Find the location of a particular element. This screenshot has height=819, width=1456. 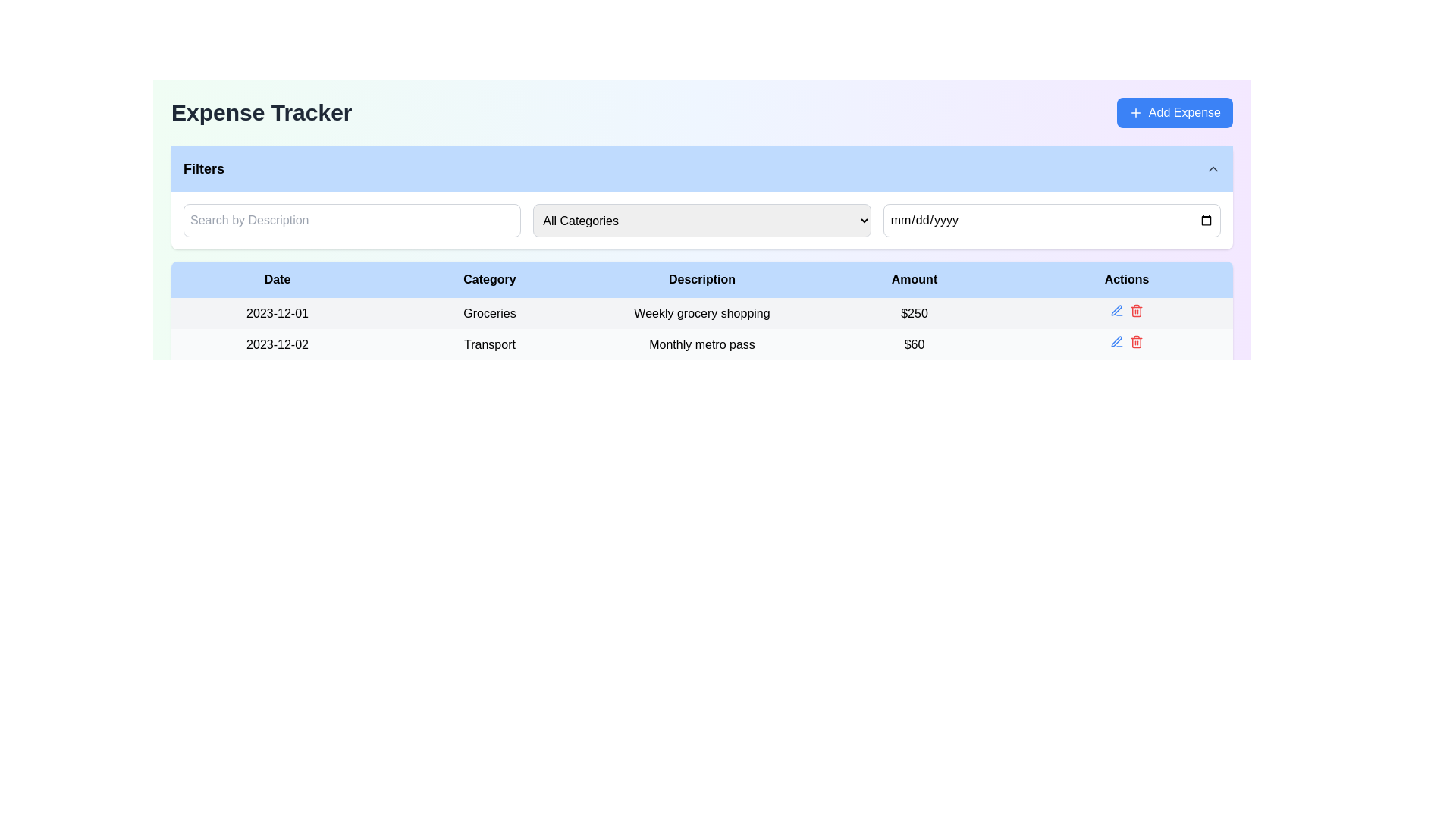

the Text label representing the category of the expense record in the second row of the table under the 'Category' column is located at coordinates (490, 344).